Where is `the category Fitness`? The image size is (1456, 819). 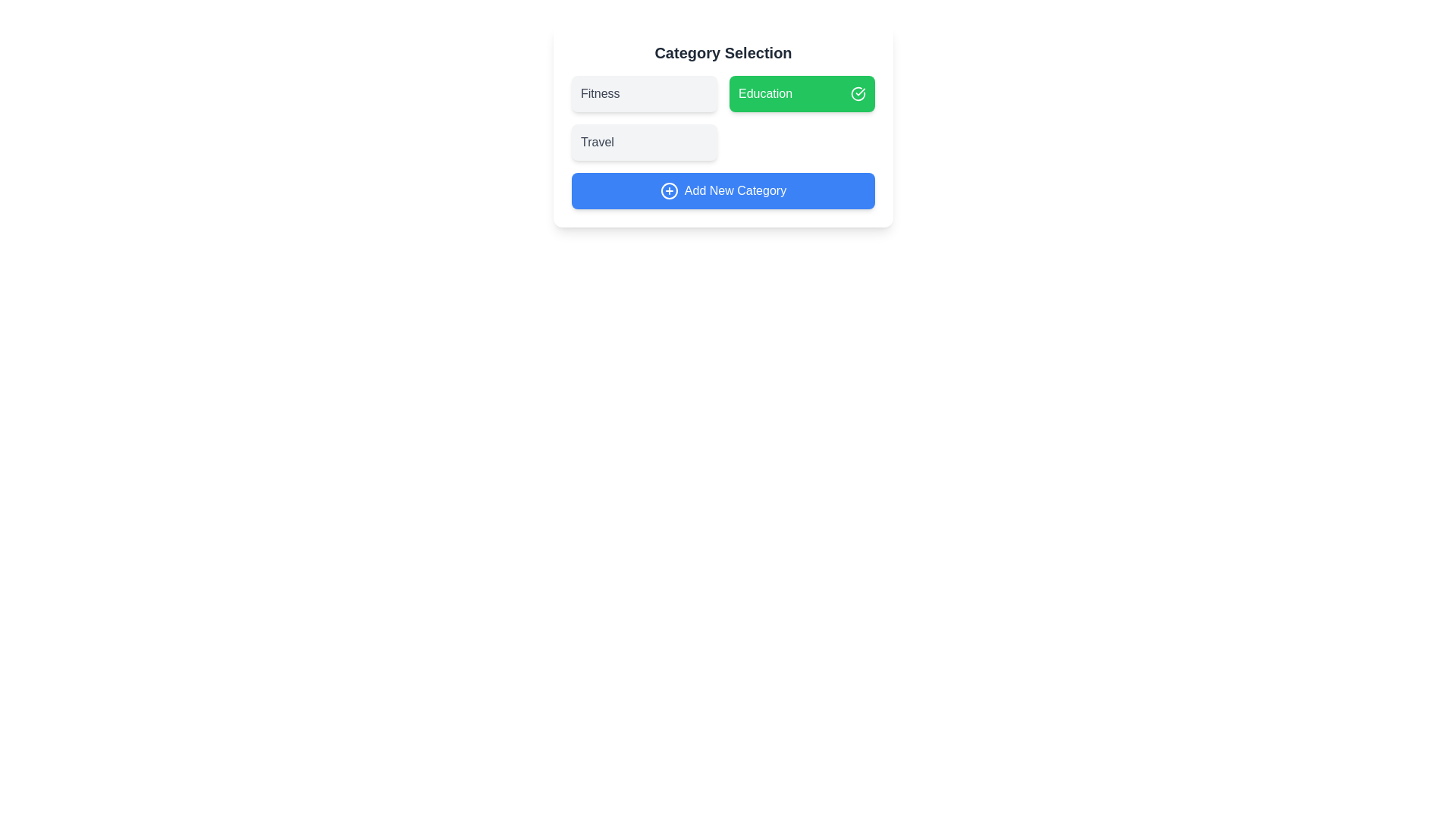
the category Fitness is located at coordinates (644, 93).